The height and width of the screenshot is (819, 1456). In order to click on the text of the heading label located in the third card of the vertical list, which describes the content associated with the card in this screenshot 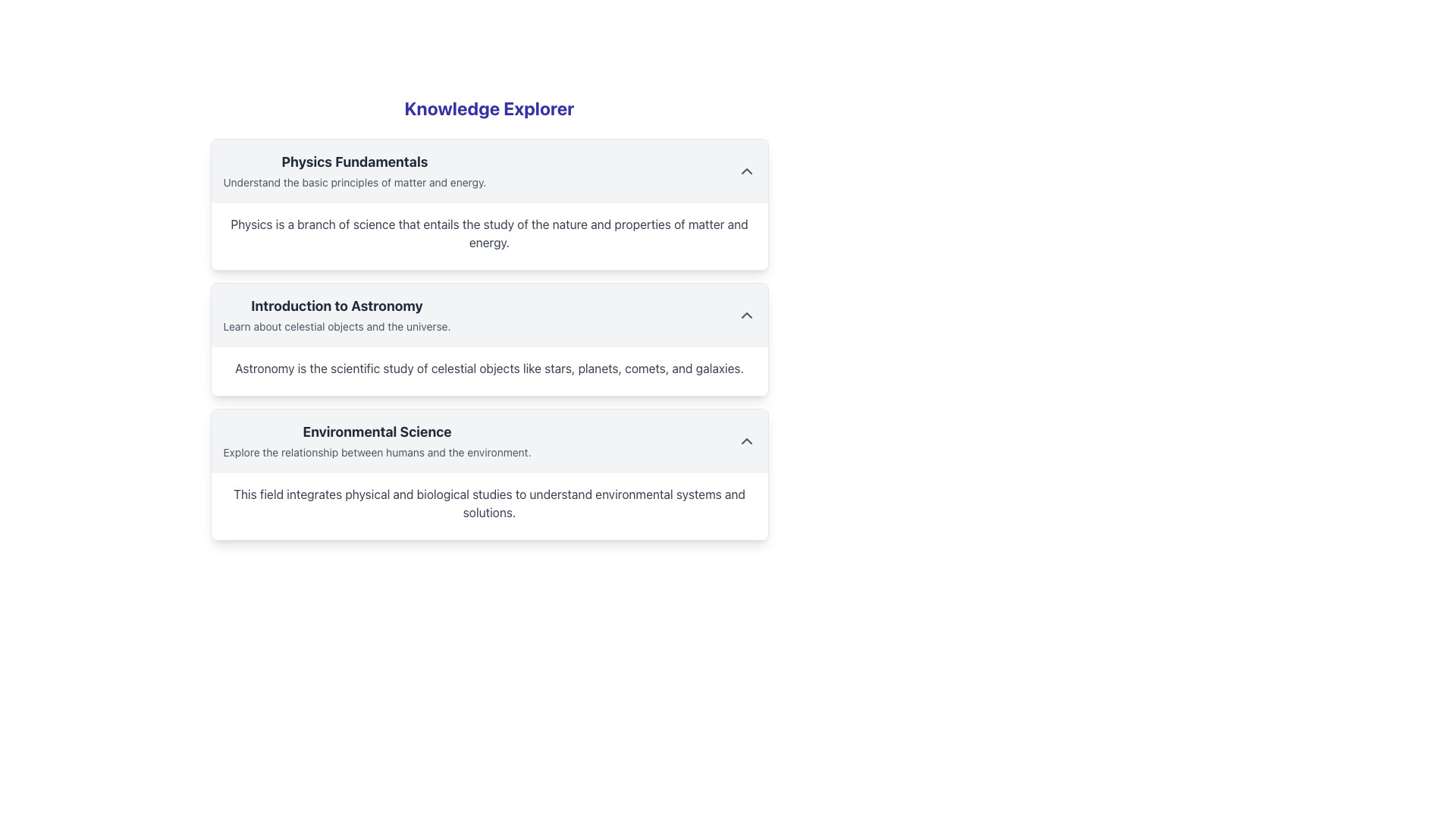, I will do `click(377, 432)`.